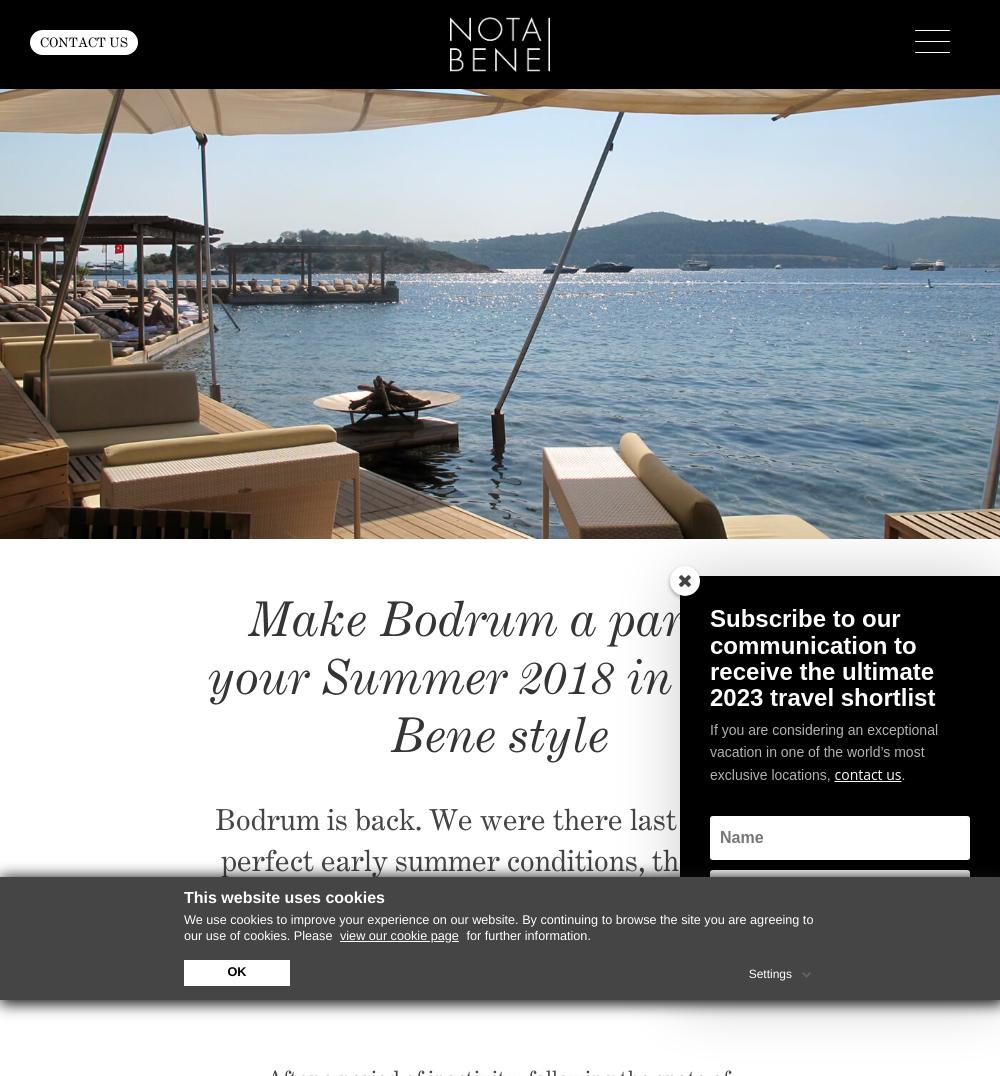 The image size is (1000, 1076). What do you see at coordinates (821, 656) in the screenshot?
I see `'Subscribe to our communication to receive the ultimate 2023 travel shortlist'` at bounding box center [821, 656].